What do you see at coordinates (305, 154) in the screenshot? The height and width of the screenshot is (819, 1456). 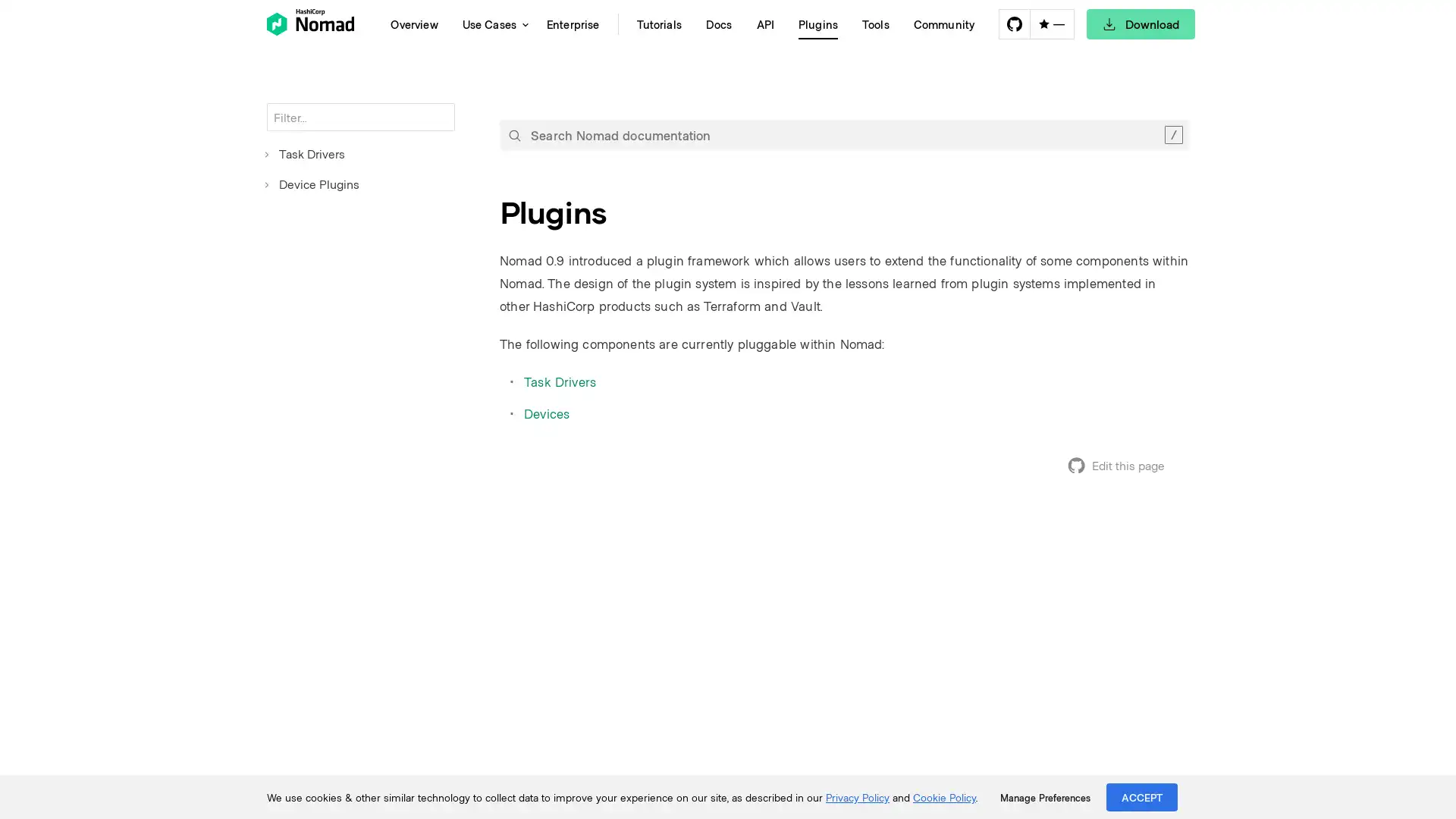 I see `Task Drivers` at bounding box center [305, 154].